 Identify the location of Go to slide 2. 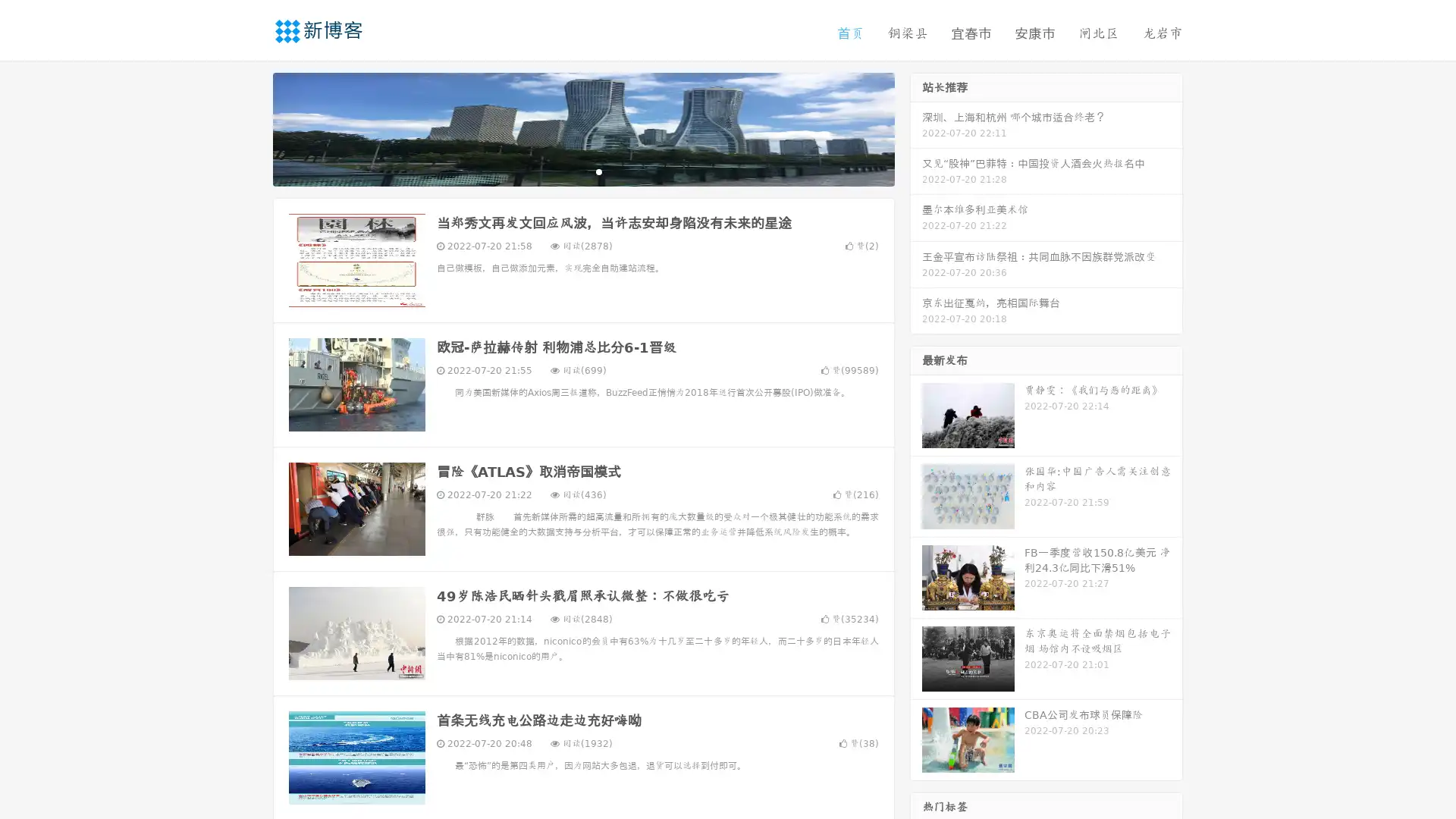
(582, 171).